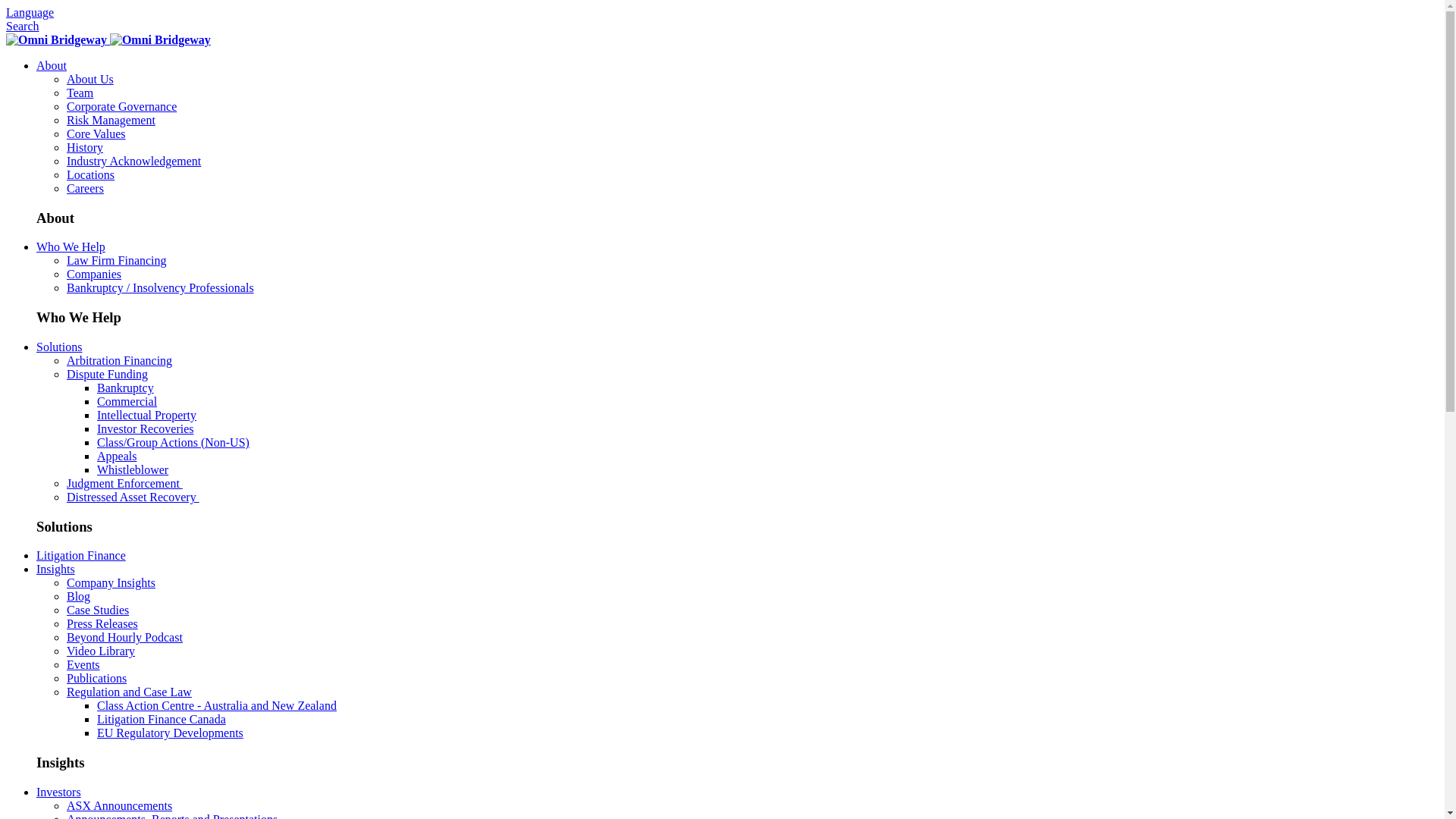 This screenshot has height=819, width=1456. Describe the element at coordinates (110, 119) in the screenshot. I see `'Risk Management'` at that location.